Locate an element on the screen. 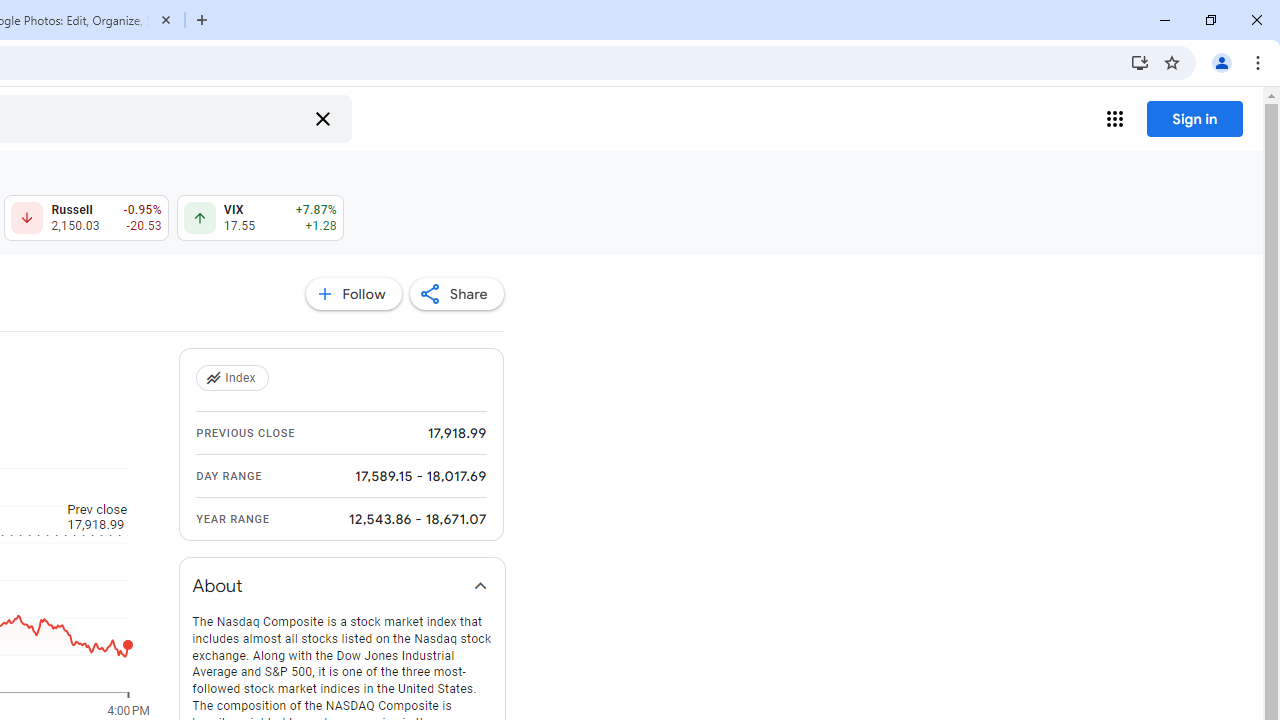  'Clear search' is located at coordinates (322, 118).